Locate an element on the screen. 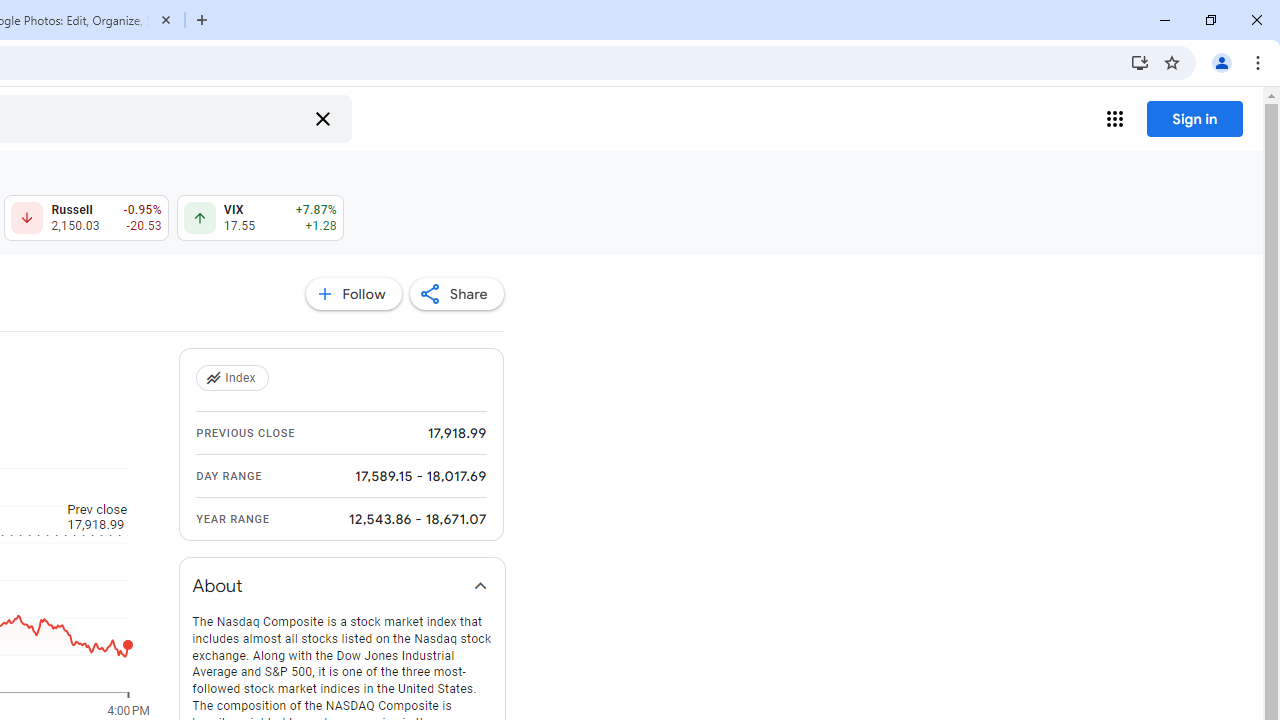  'Clear search' is located at coordinates (322, 118).